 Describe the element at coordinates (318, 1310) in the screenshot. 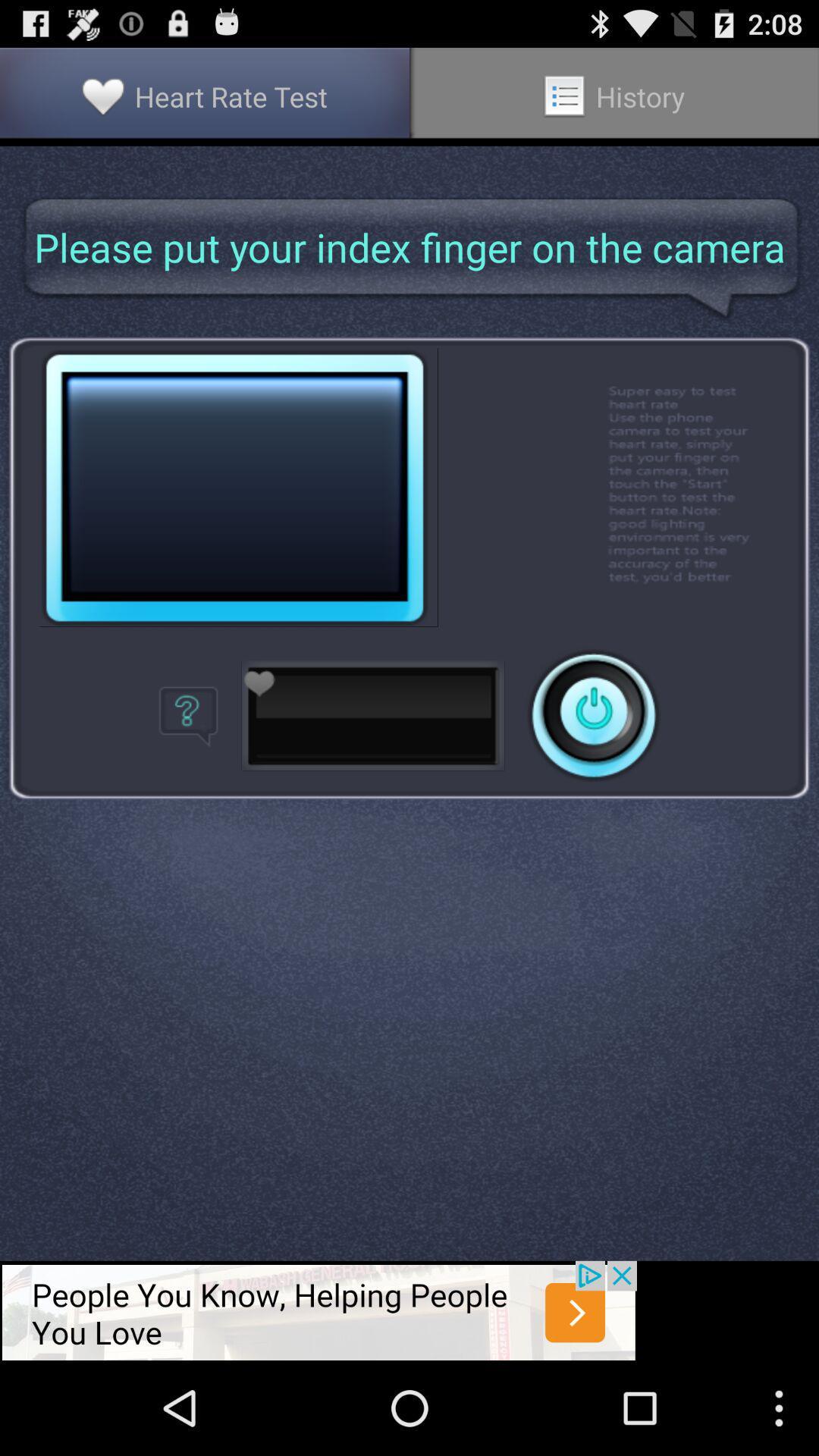

I see `advadisement` at that location.